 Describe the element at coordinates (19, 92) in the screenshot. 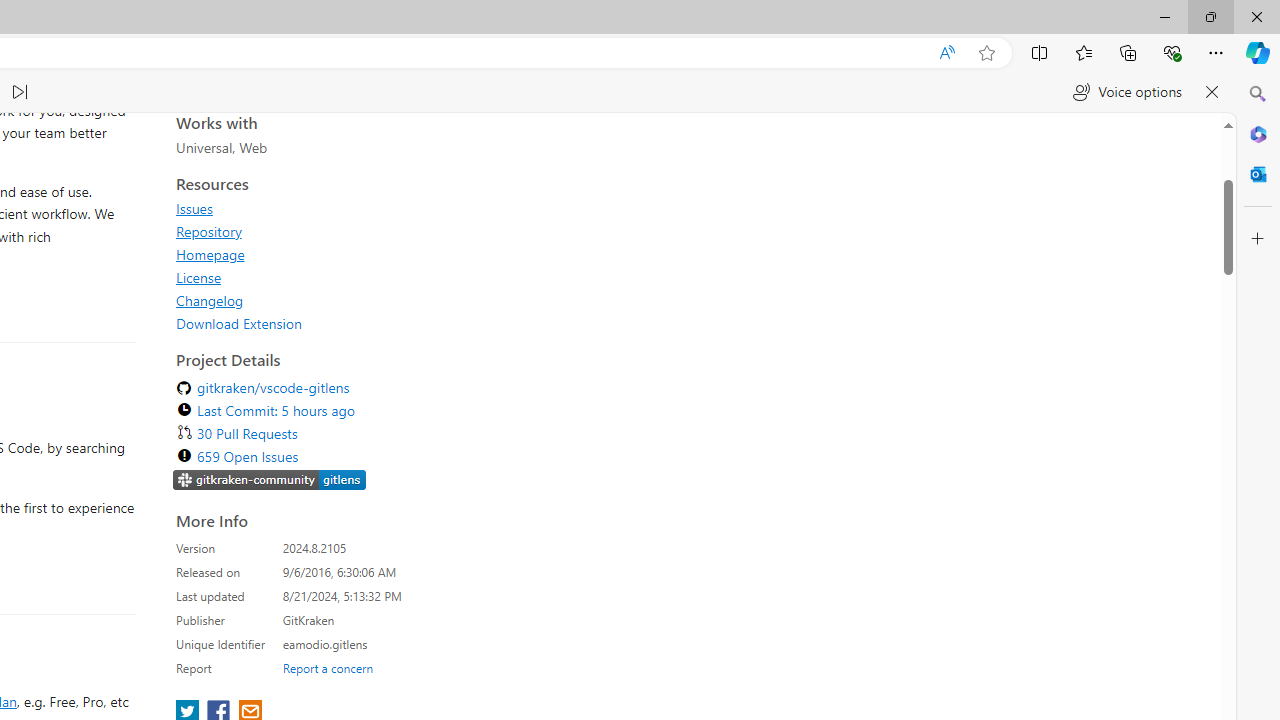

I see `'Read next paragraph'` at that location.